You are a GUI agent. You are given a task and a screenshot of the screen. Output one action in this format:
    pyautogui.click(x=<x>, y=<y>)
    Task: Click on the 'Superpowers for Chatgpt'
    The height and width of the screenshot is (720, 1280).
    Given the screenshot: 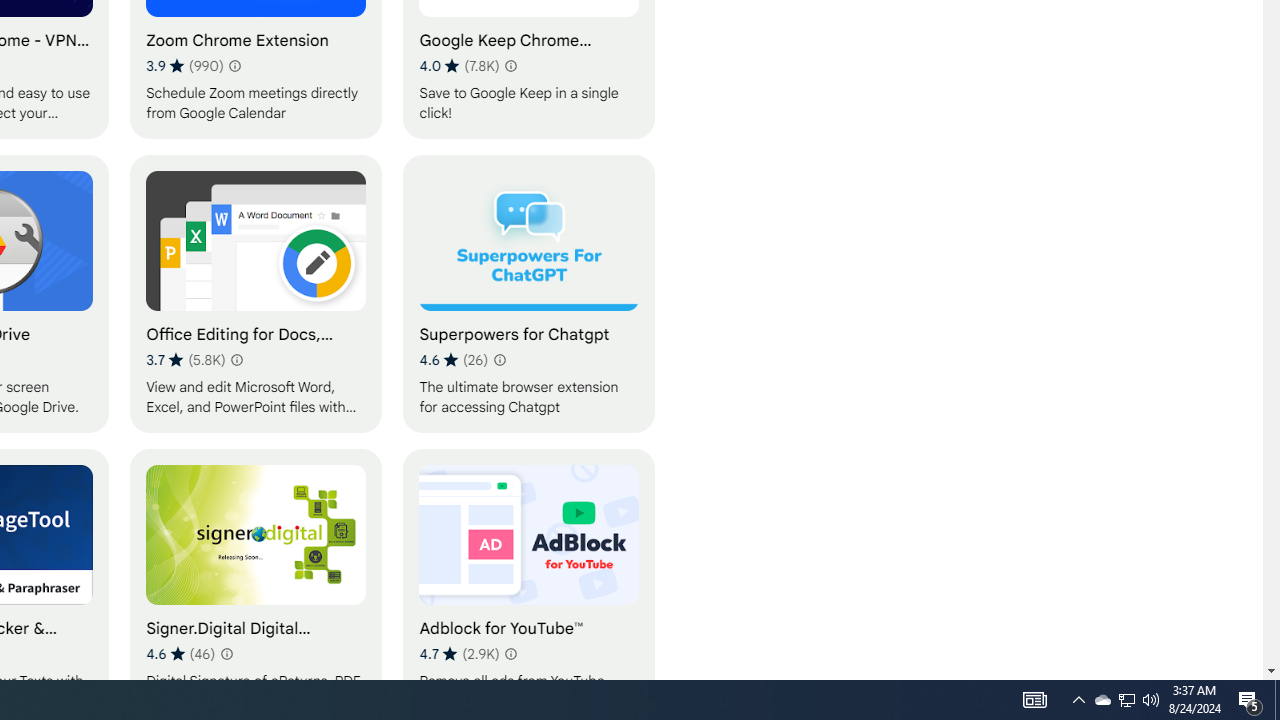 What is the action you would take?
    pyautogui.click(x=529, y=293)
    